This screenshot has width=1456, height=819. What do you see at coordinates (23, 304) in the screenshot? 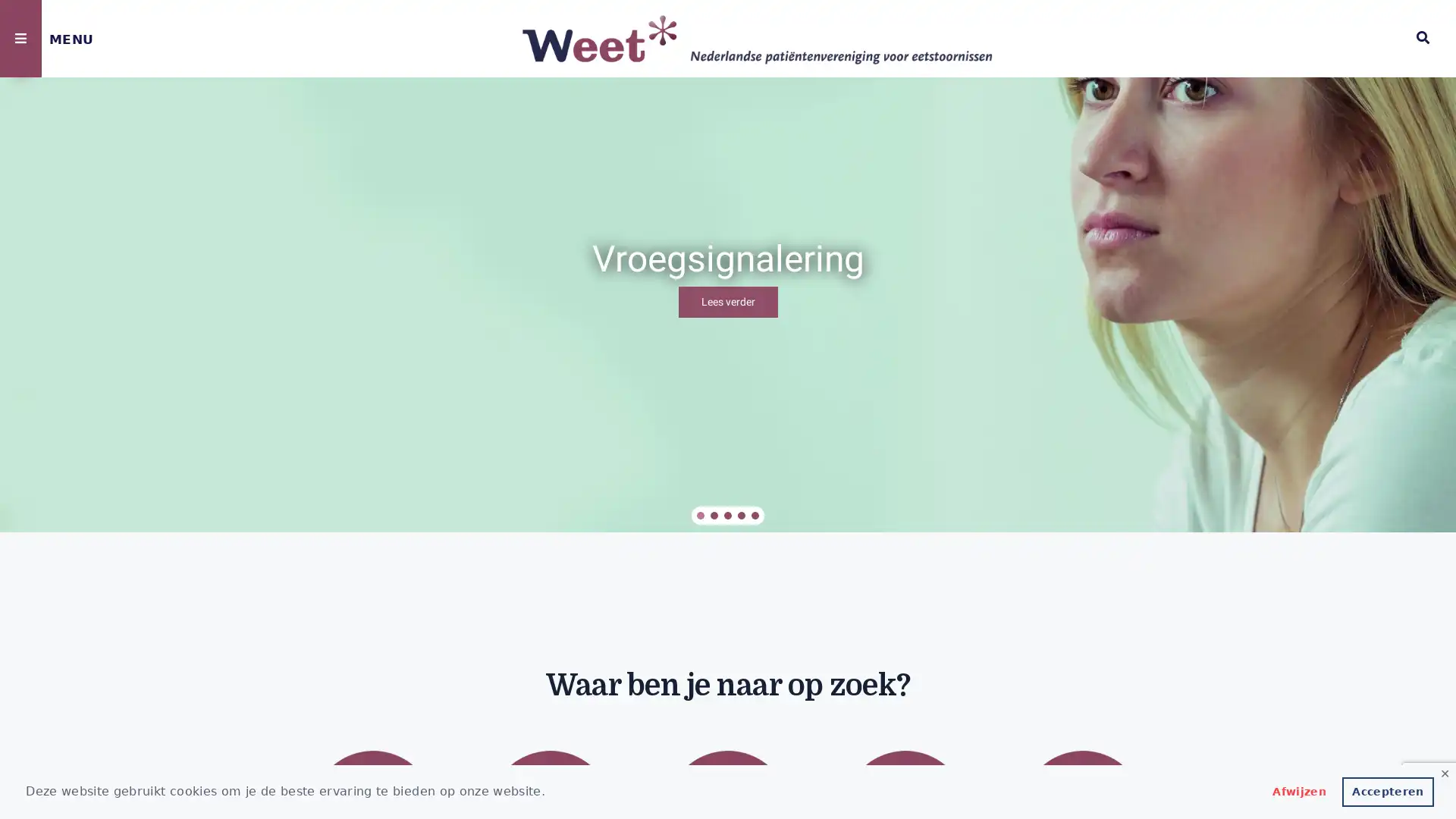
I see `previous arrow` at bounding box center [23, 304].